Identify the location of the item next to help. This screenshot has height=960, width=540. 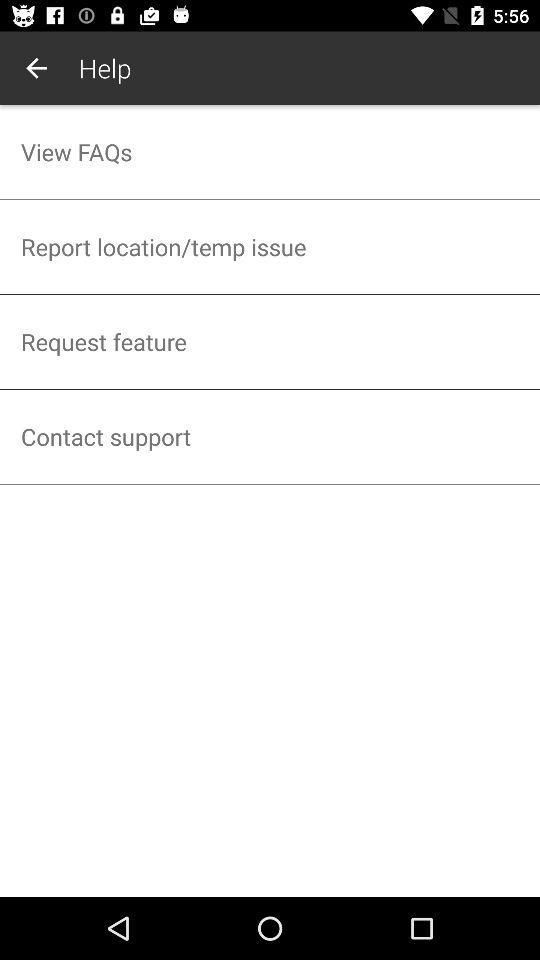
(36, 68).